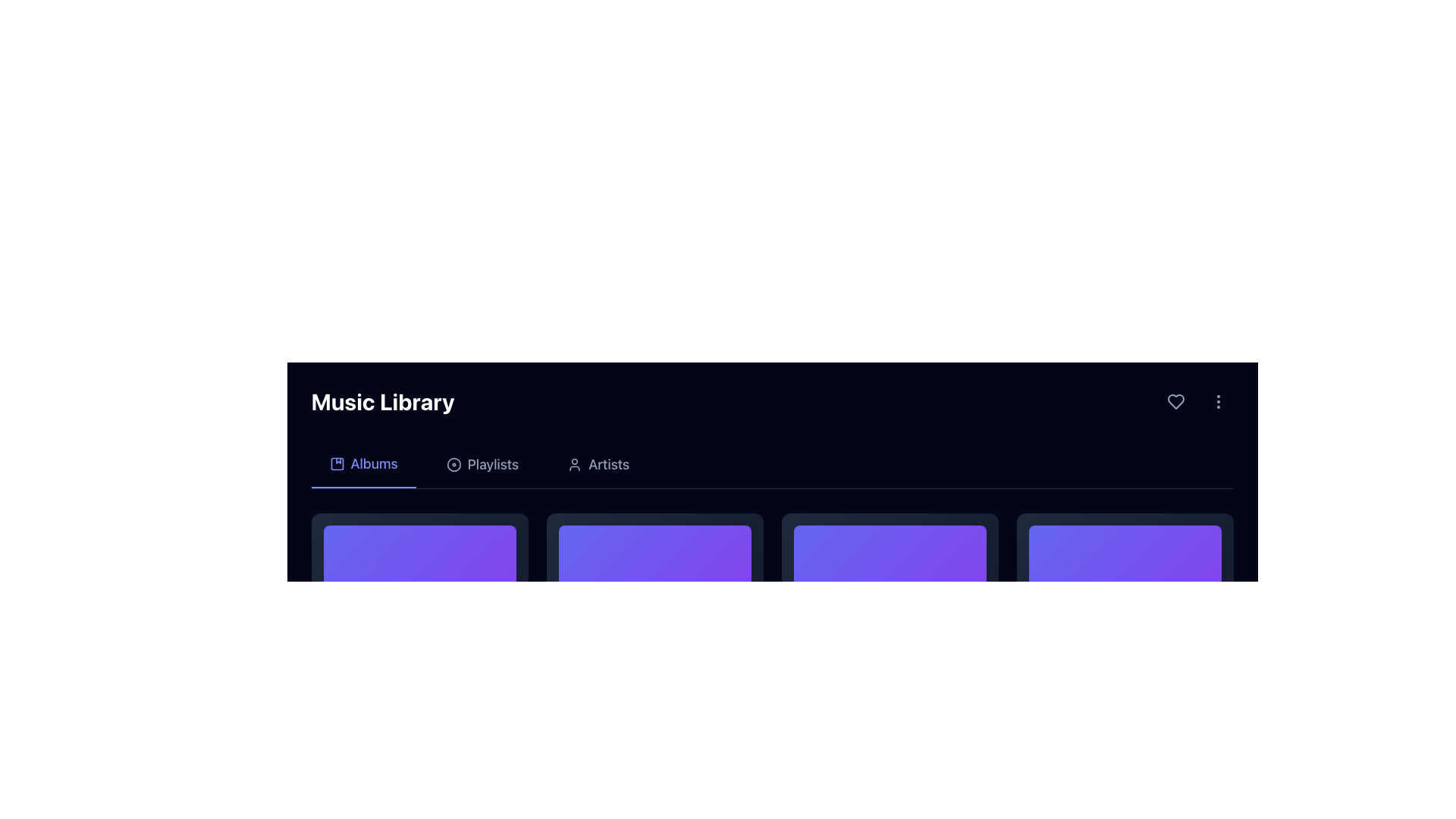  Describe the element at coordinates (1218, 400) in the screenshot. I see `the Vertical Ellipsis Icon located in the top-right corner of the application's interface, adjacent to a heart-shaped icon` at that location.